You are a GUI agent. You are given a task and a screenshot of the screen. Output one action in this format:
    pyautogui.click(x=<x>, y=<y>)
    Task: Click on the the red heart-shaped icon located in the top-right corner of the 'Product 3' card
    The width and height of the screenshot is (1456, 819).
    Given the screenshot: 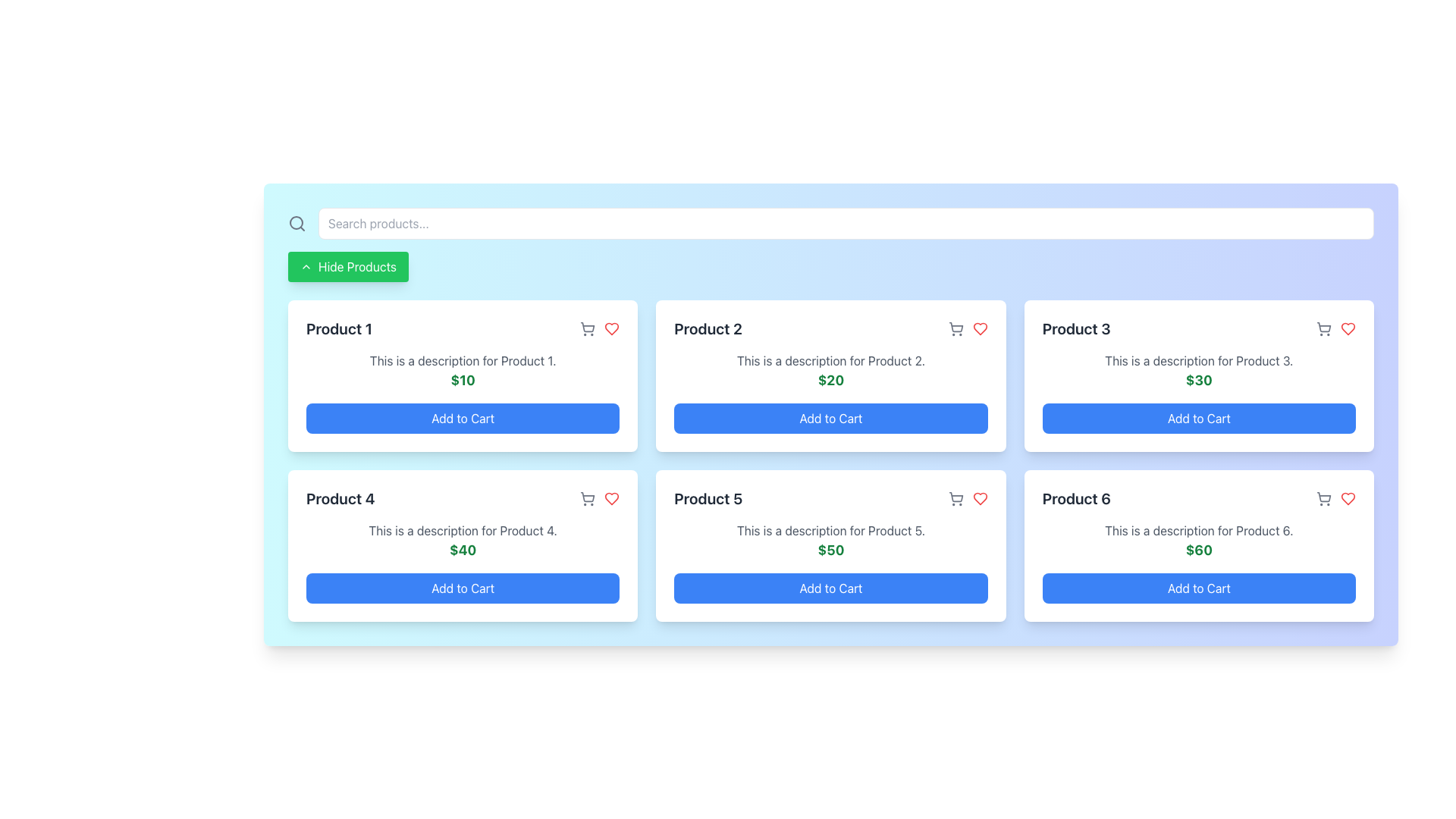 What is the action you would take?
    pyautogui.click(x=1348, y=328)
    